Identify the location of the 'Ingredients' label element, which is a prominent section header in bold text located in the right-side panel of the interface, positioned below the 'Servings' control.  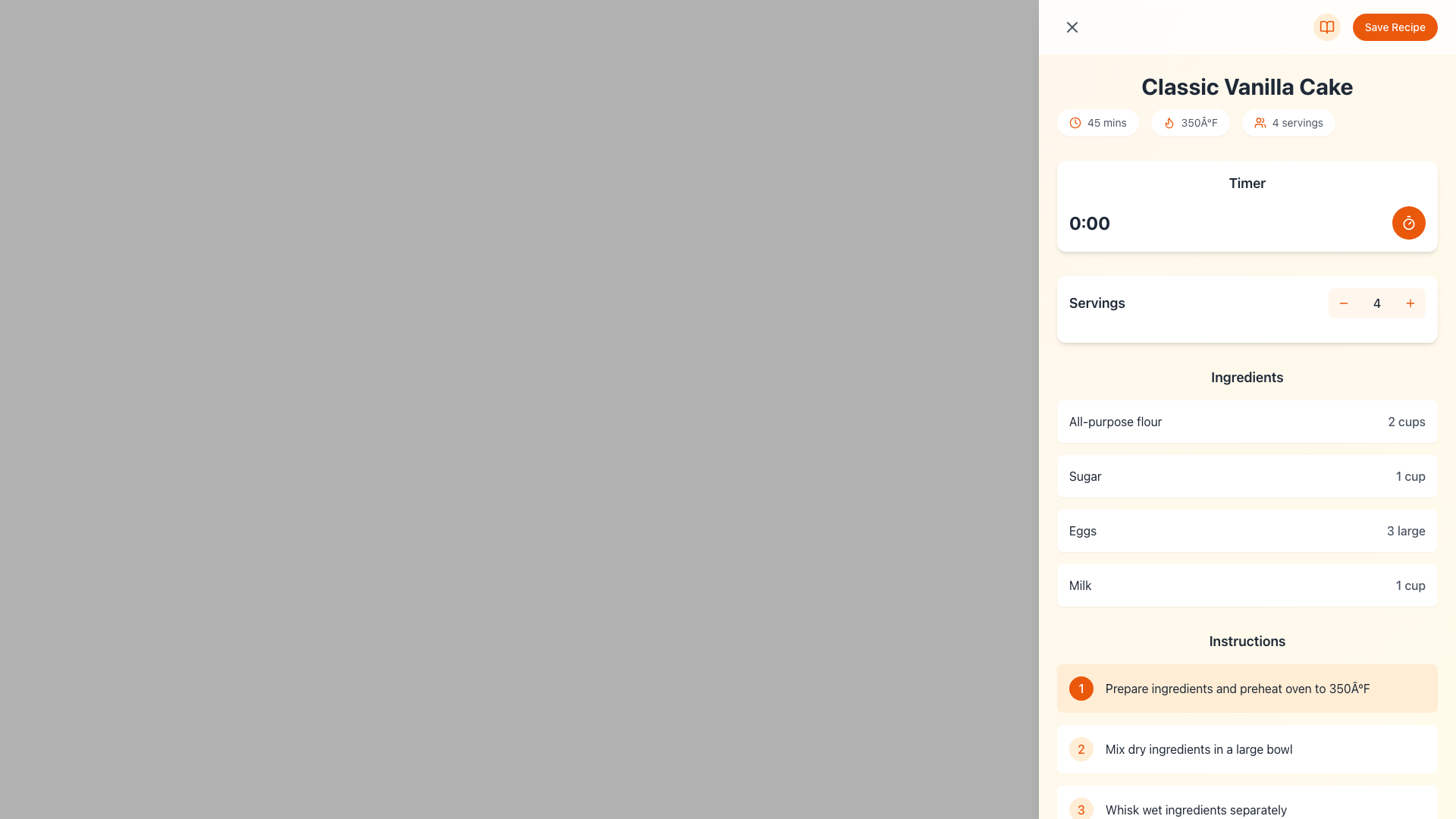
(1247, 376).